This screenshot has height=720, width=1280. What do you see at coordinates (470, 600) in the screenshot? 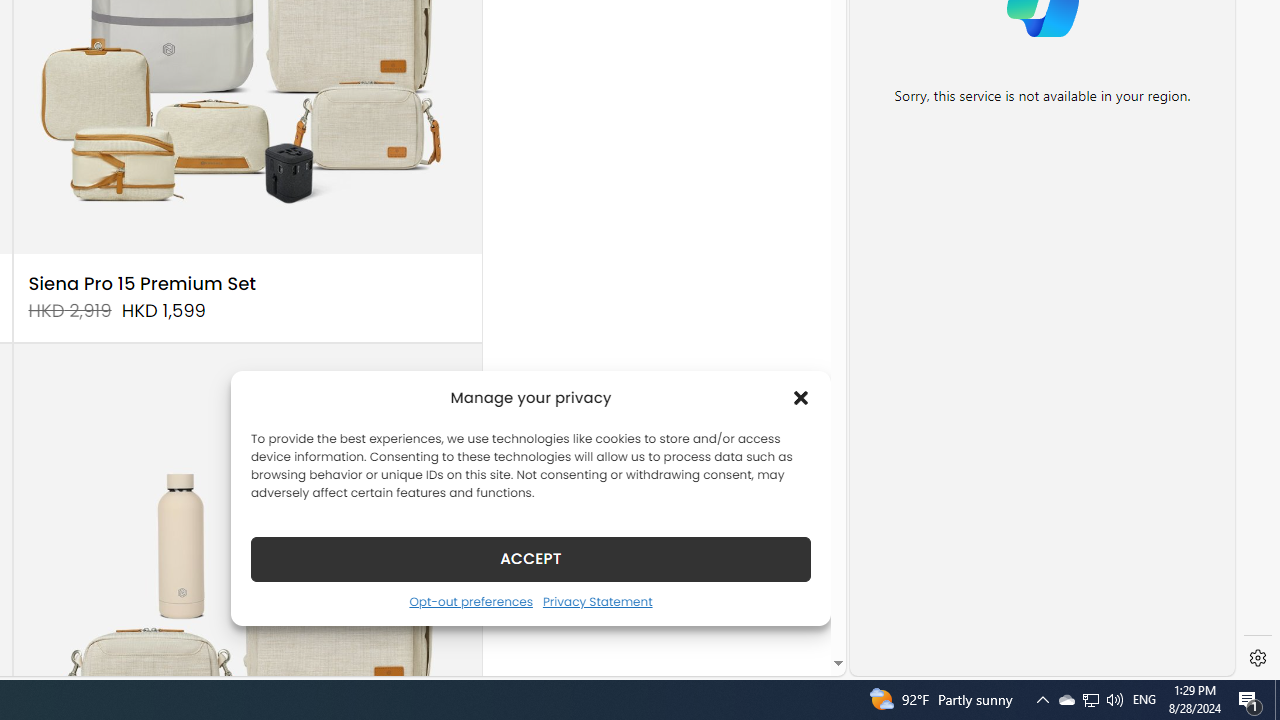
I see `'Opt-out preferences'` at bounding box center [470, 600].